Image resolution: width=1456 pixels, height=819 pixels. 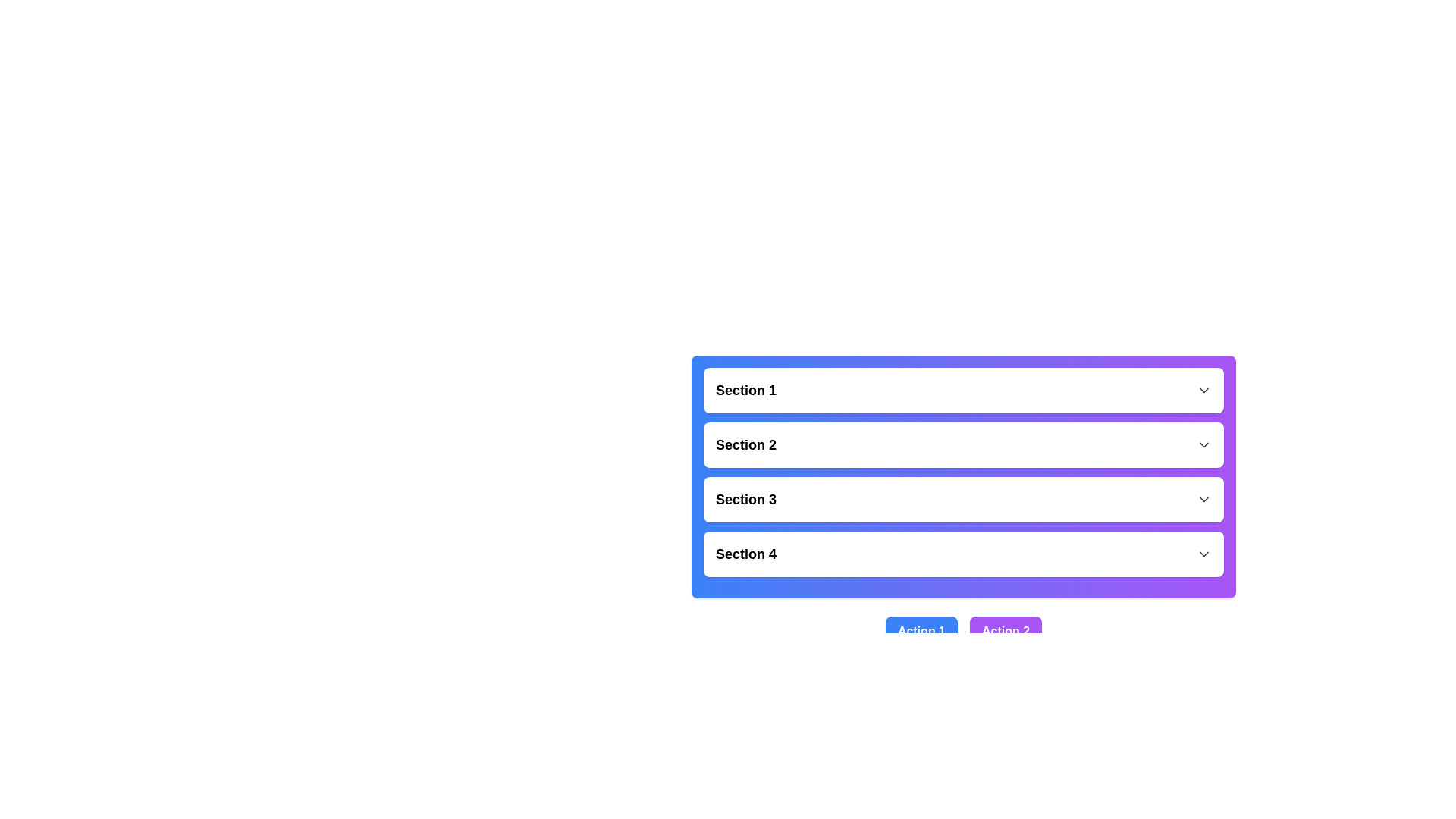 What do you see at coordinates (963, 479) in the screenshot?
I see `the dropdown icon in the 'Collapsible Section Group'` at bounding box center [963, 479].